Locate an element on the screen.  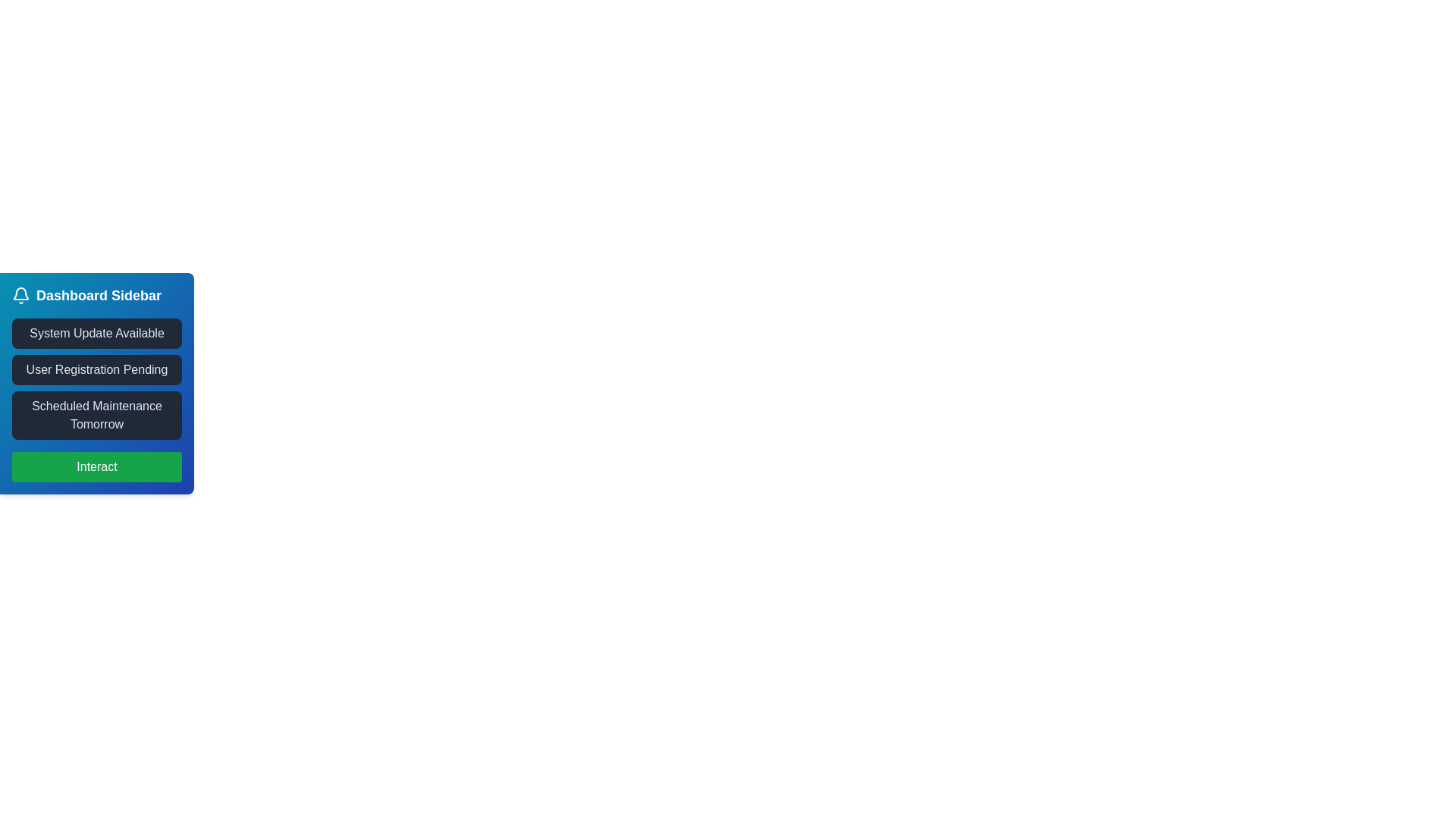
the stylized bell icon located in the top-left corner of the 'Dashboard Sidebar', which is above three sequential buttons and a prominent green button labeled 'Interact' is located at coordinates (21, 293).